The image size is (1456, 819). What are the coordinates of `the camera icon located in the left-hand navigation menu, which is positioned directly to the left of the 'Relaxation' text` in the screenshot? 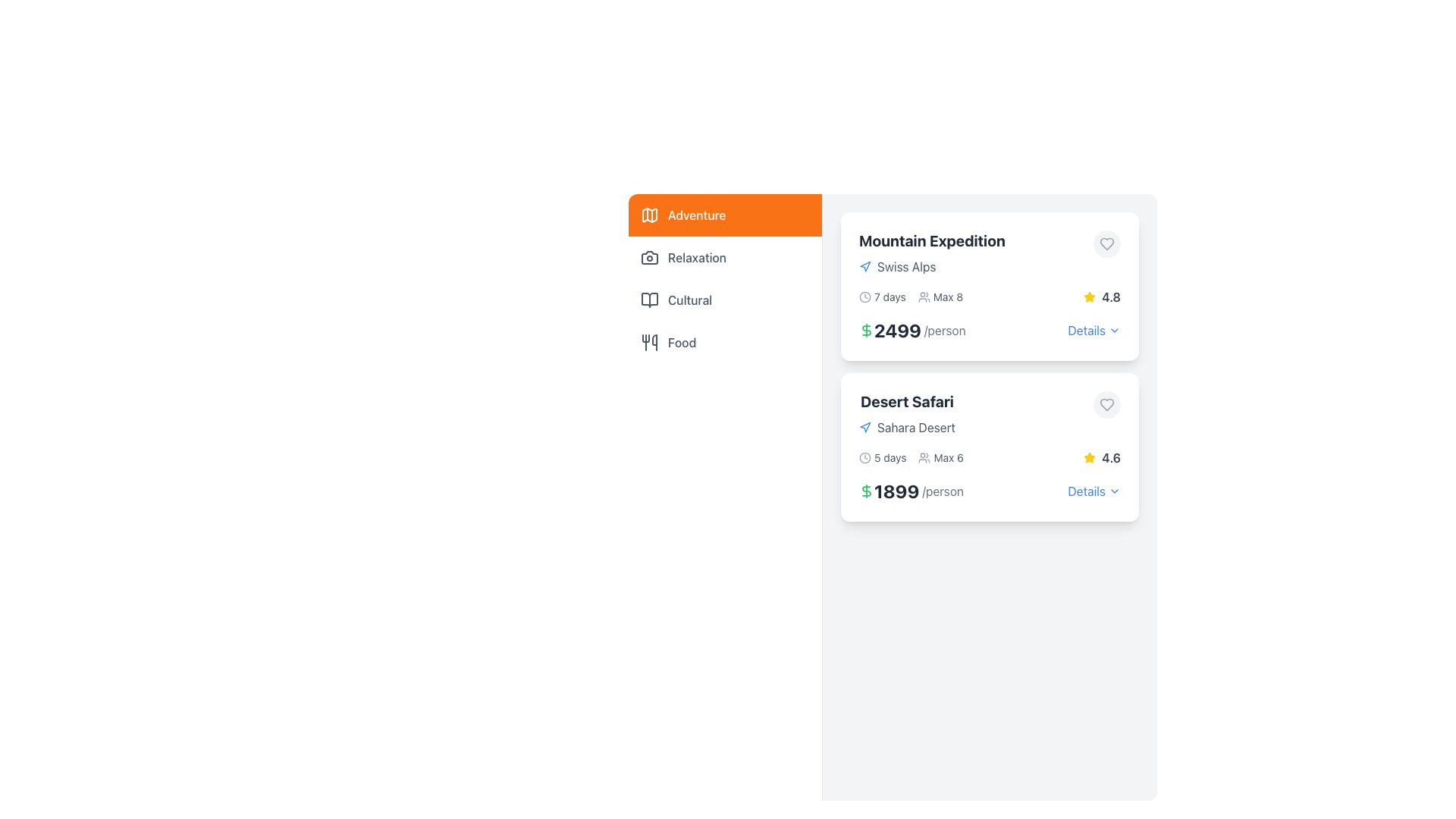 It's located at (650, 256).